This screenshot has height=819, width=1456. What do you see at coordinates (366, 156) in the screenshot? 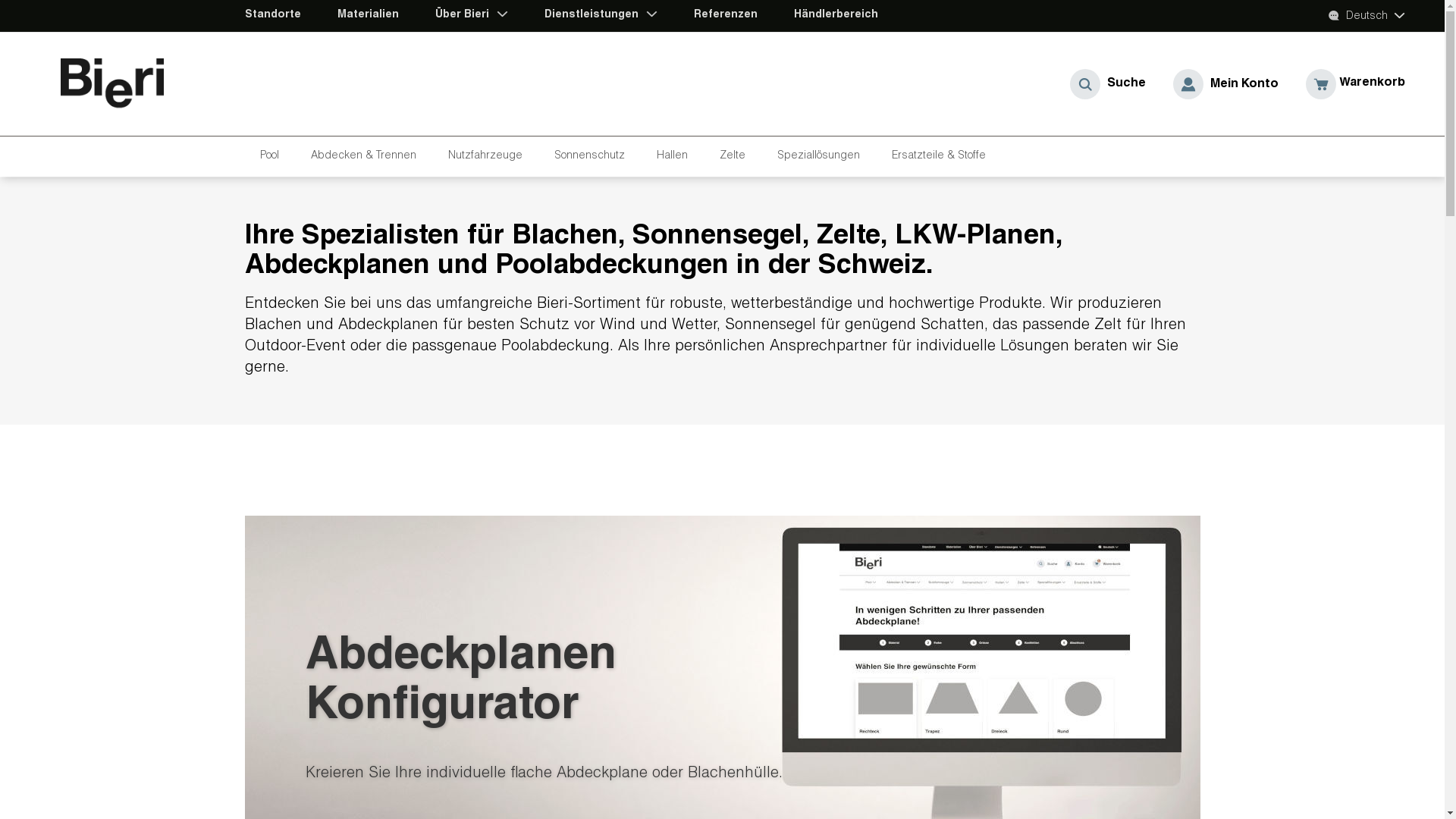
I see `'Abdecken & Trennen'` at bounding box center [366, 156].